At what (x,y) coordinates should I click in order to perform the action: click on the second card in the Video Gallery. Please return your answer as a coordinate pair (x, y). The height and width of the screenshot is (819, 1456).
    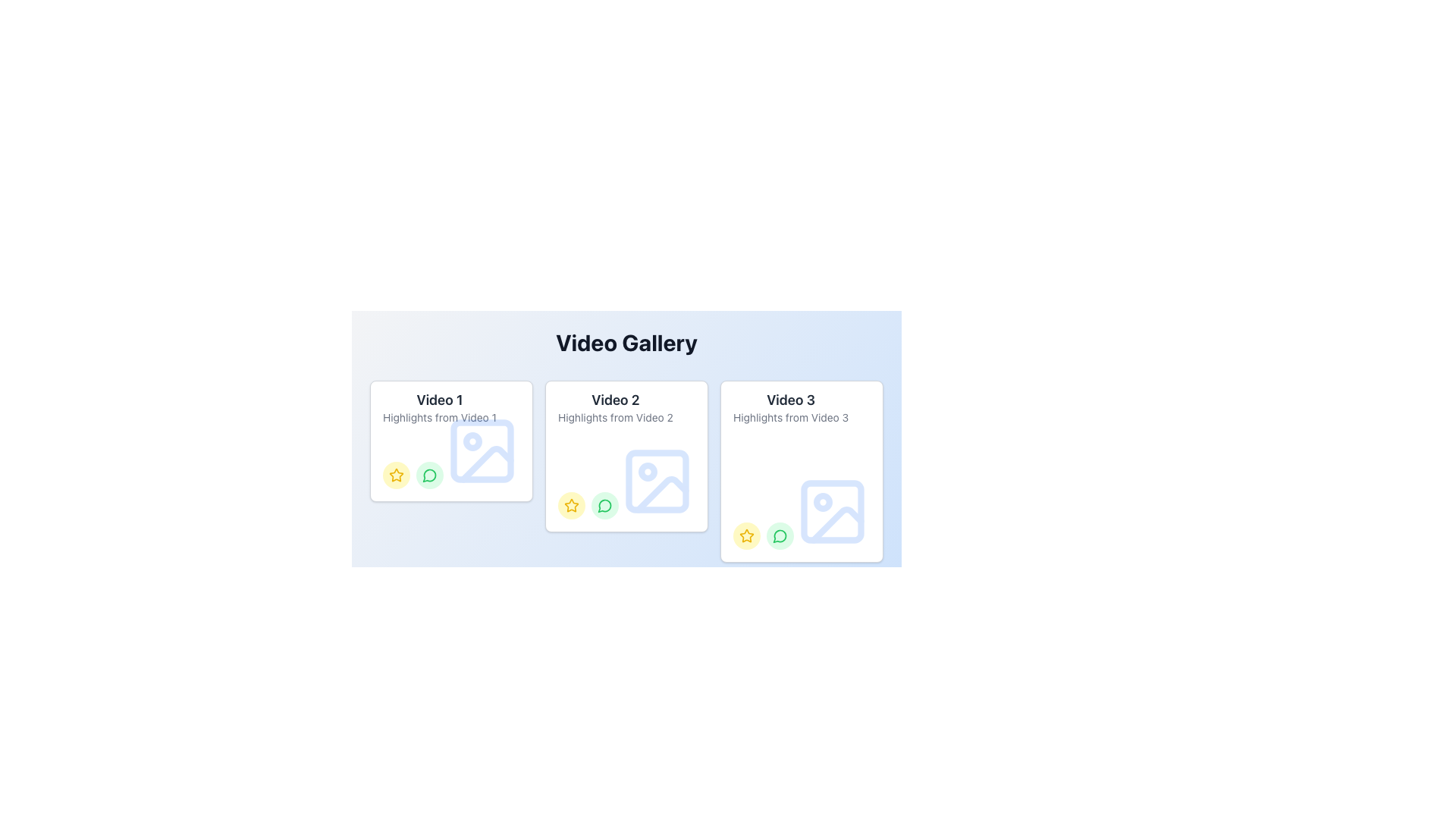
    Looking at the image, I should click on (626, 430).